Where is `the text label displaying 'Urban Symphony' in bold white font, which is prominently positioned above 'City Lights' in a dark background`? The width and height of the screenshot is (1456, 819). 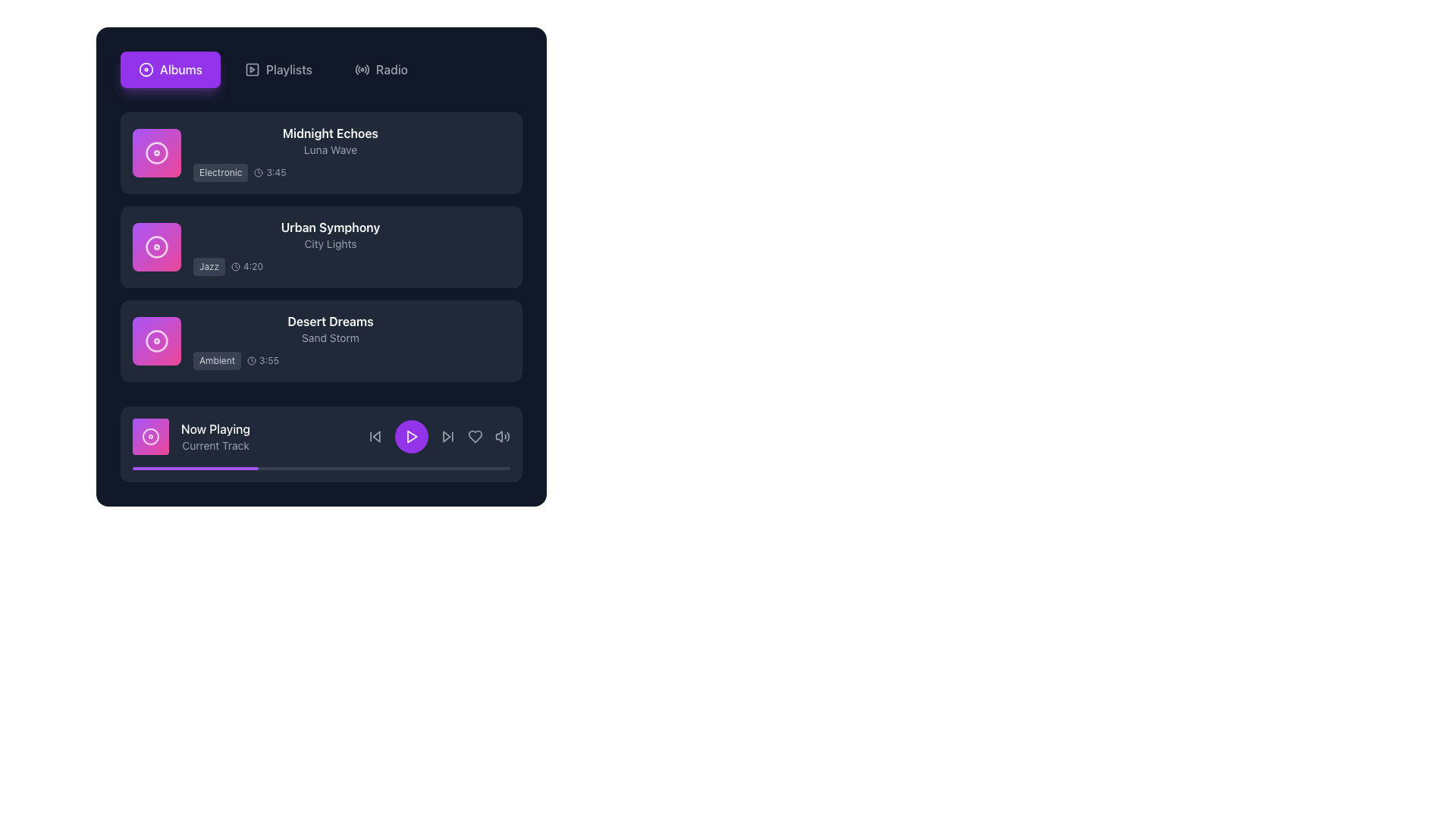 the text label displaying 'Urban Symphony' in bold white font, which is prominently positioned above 'City Lights' in a dark background is located at coordinates (330, 227).